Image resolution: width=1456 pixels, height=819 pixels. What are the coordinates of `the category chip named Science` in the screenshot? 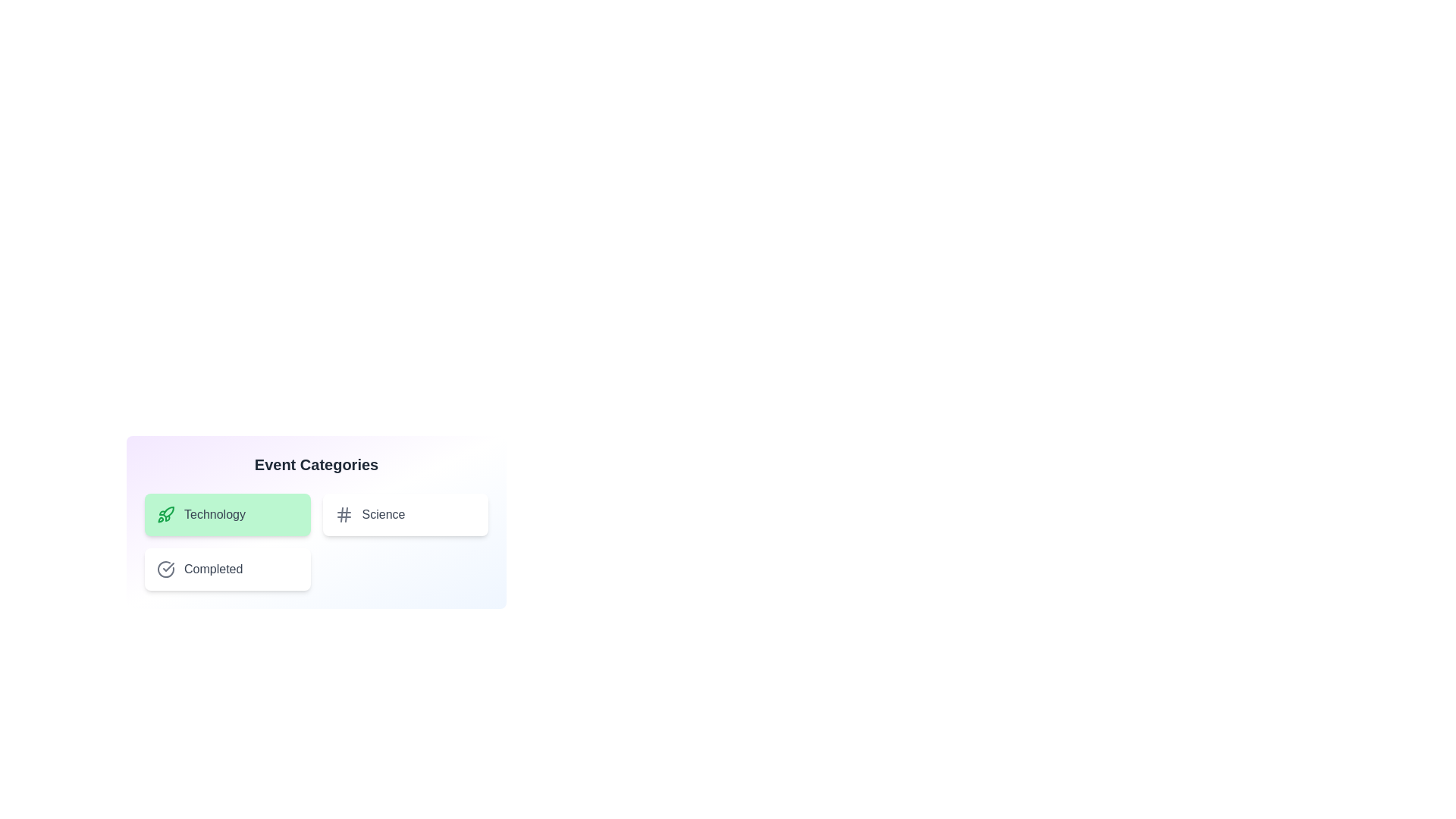 It's located at (405, 513).